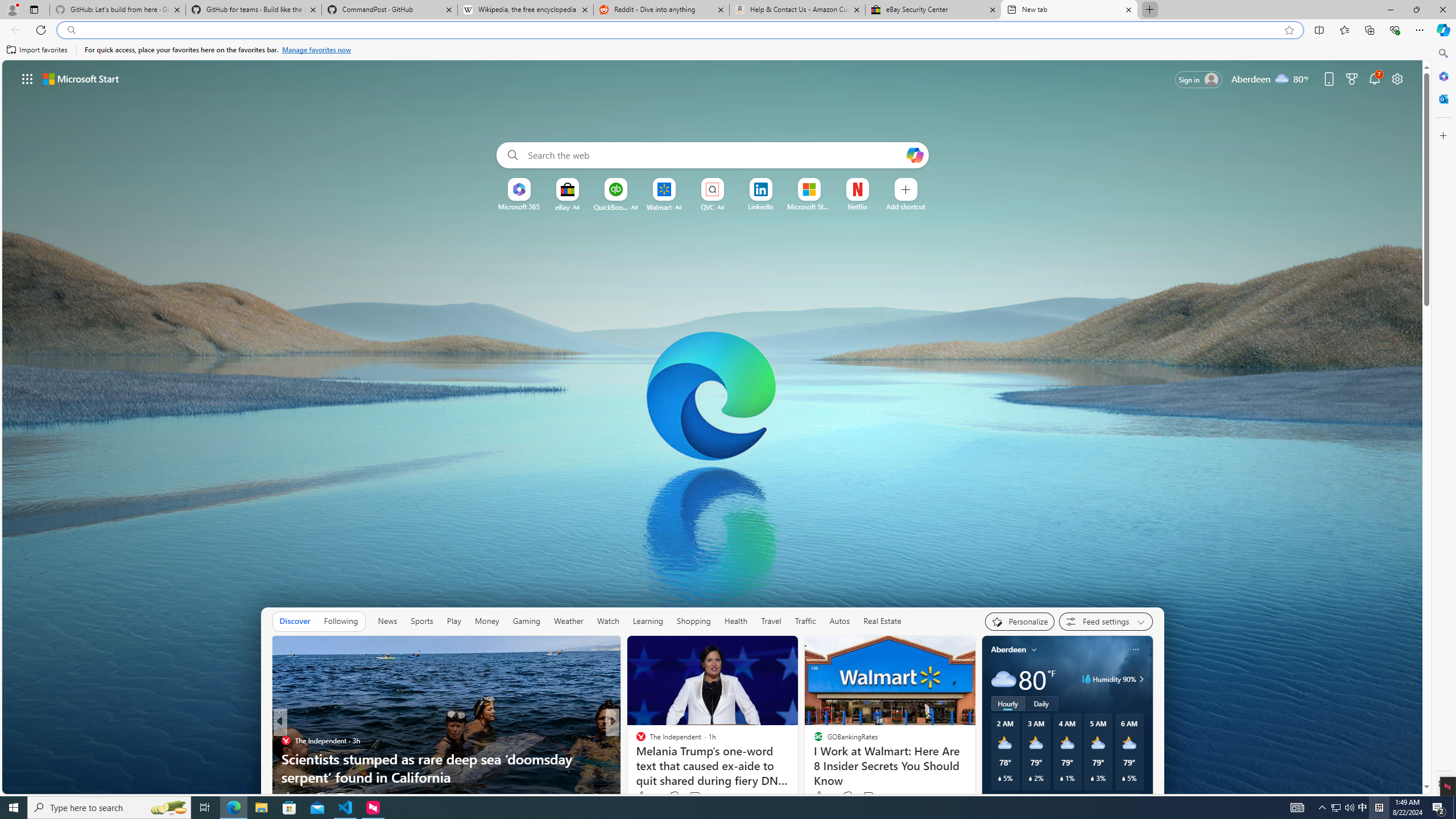  Describe the element at coordinates (698, 797) in the screenshot. I see `'View comments 237 Comment'` at that location.